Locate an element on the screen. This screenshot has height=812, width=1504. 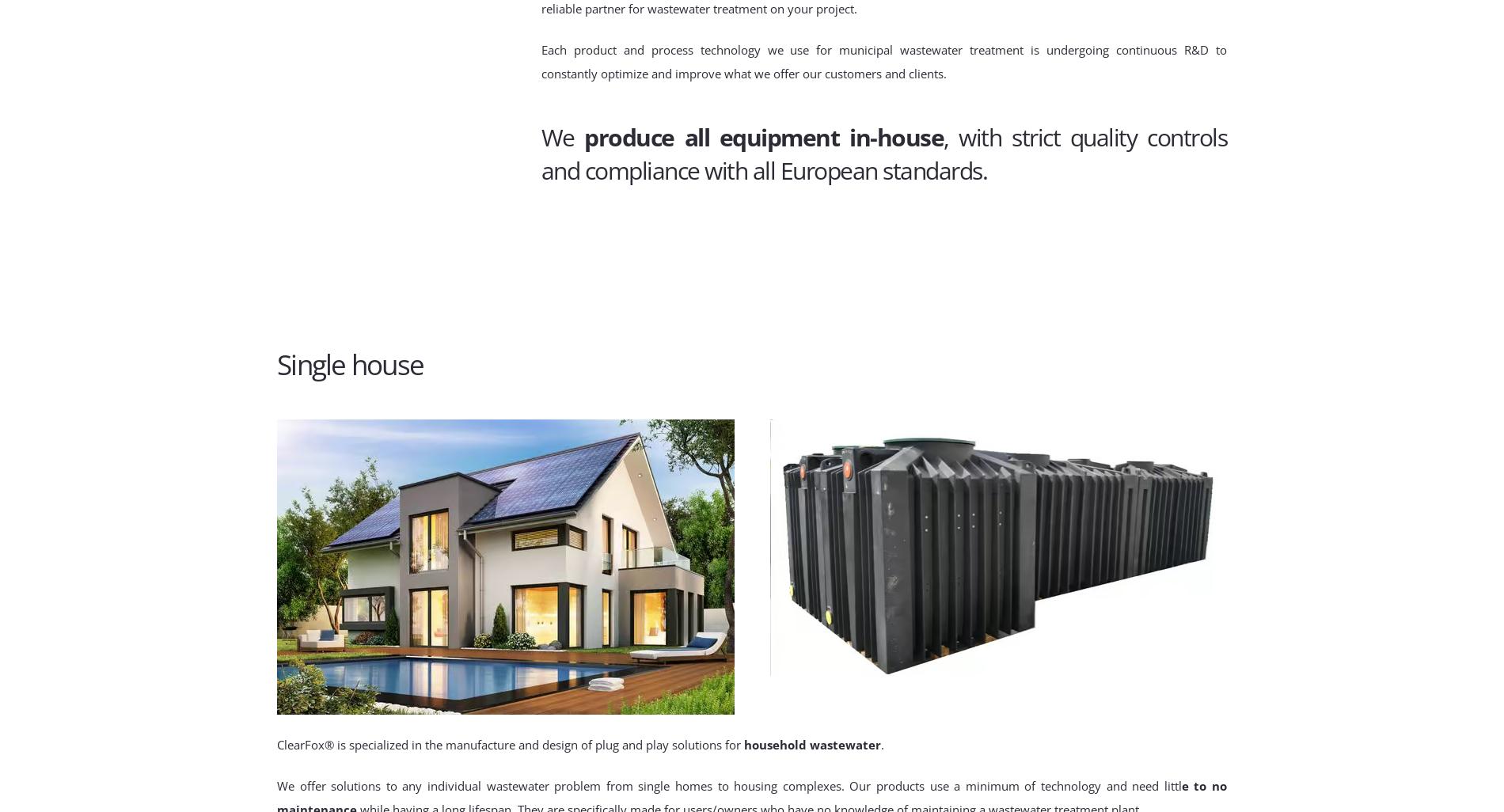
', with strict quality controls and compliance with all European standards.' is located at coordinates (883, 153).